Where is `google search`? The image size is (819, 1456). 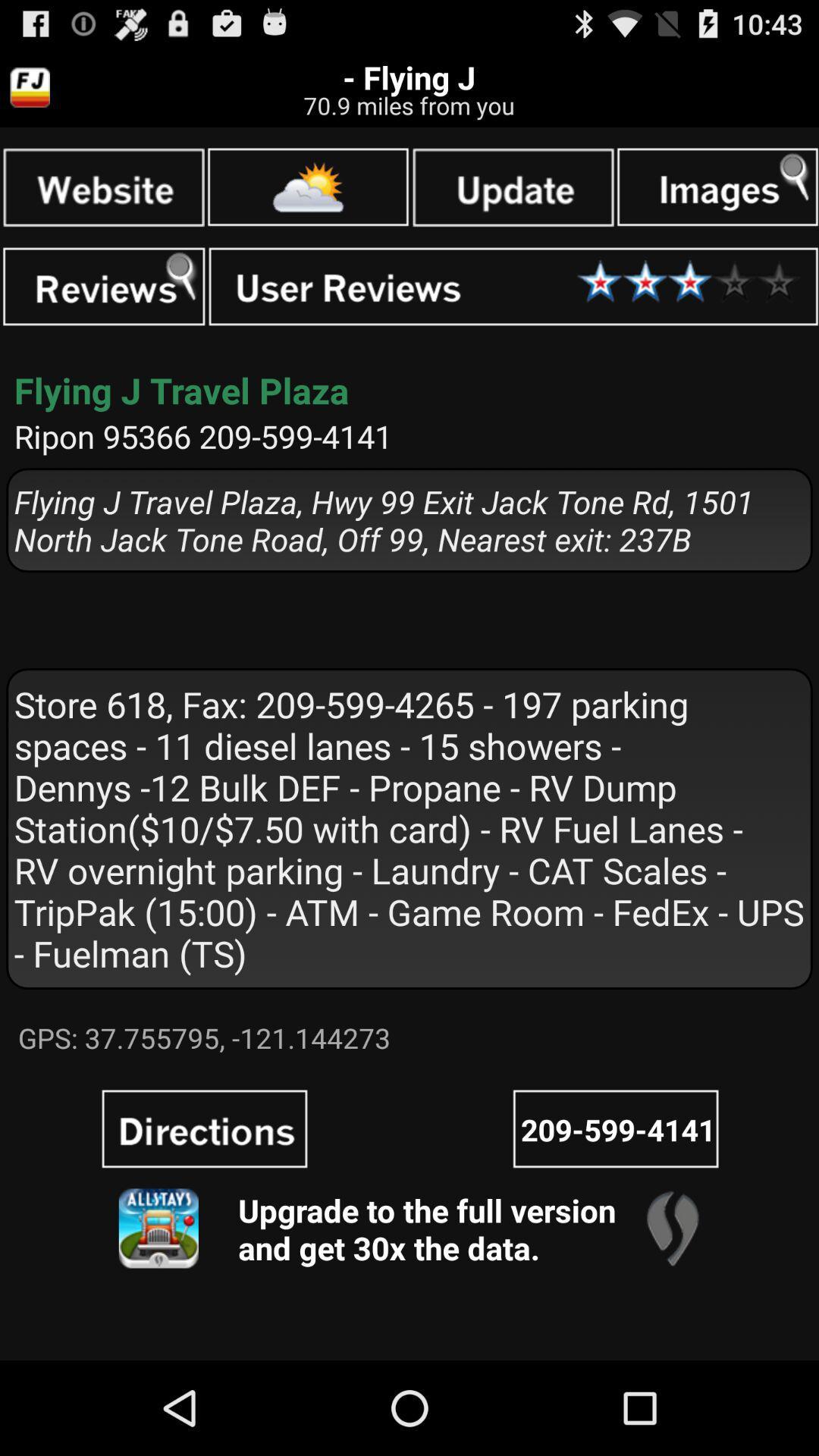
google search is located at coordinates (102, 186).